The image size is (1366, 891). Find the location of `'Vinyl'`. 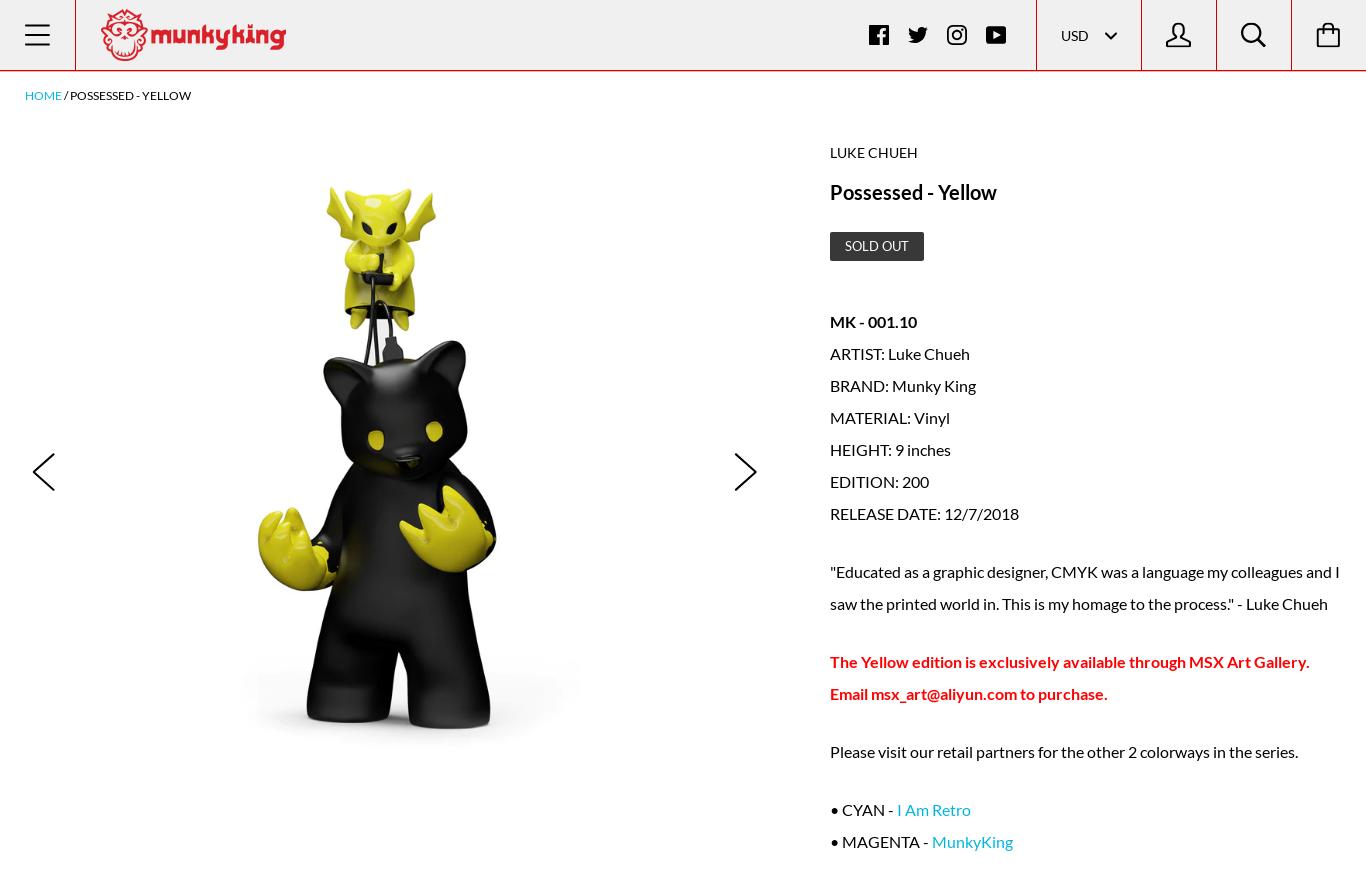

'Vinyl' is located at coordinates (931, 416).